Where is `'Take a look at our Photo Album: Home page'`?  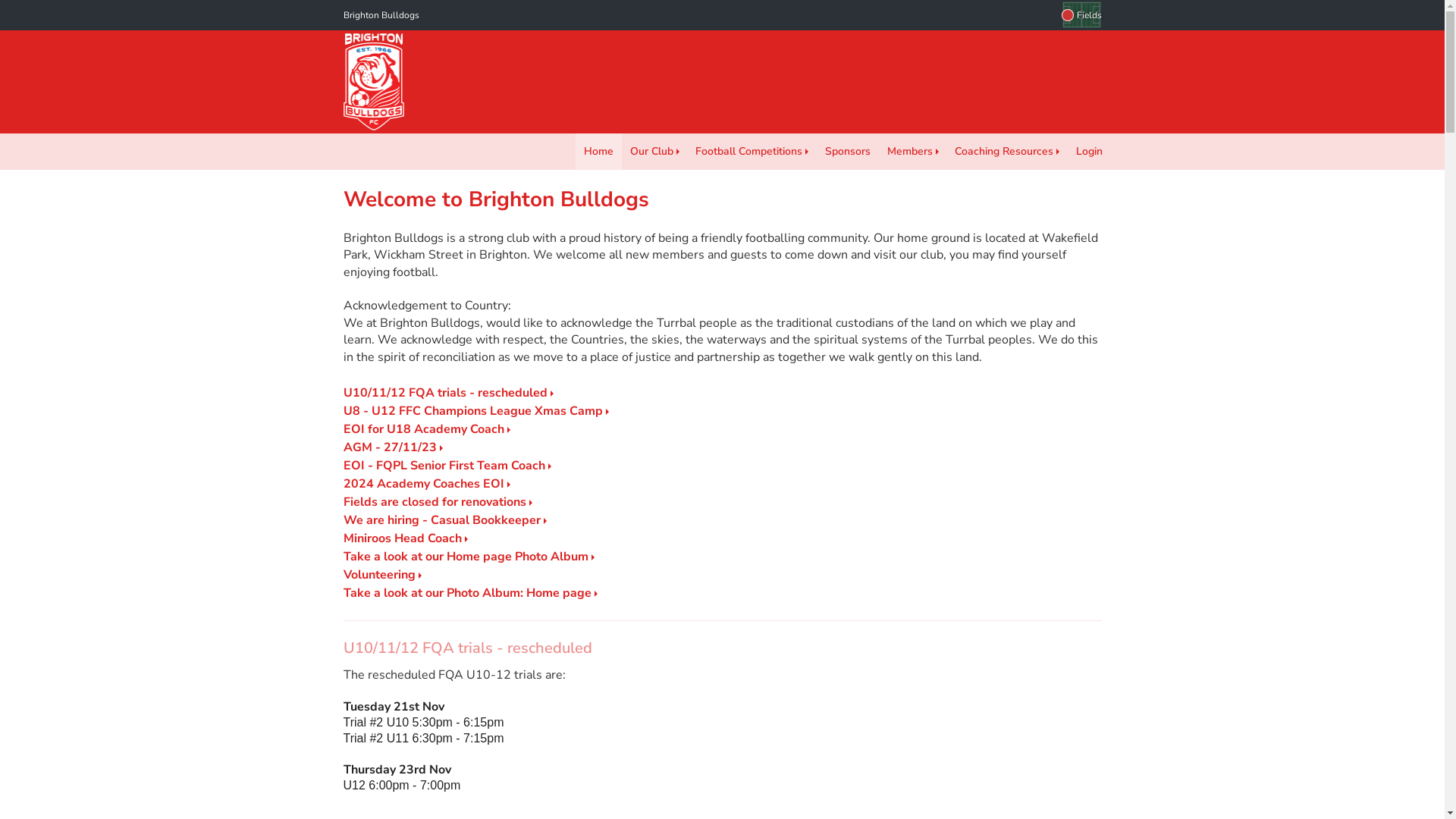 'Take a look at our Photo Album: Home page' is located at coordinates (469, 592).